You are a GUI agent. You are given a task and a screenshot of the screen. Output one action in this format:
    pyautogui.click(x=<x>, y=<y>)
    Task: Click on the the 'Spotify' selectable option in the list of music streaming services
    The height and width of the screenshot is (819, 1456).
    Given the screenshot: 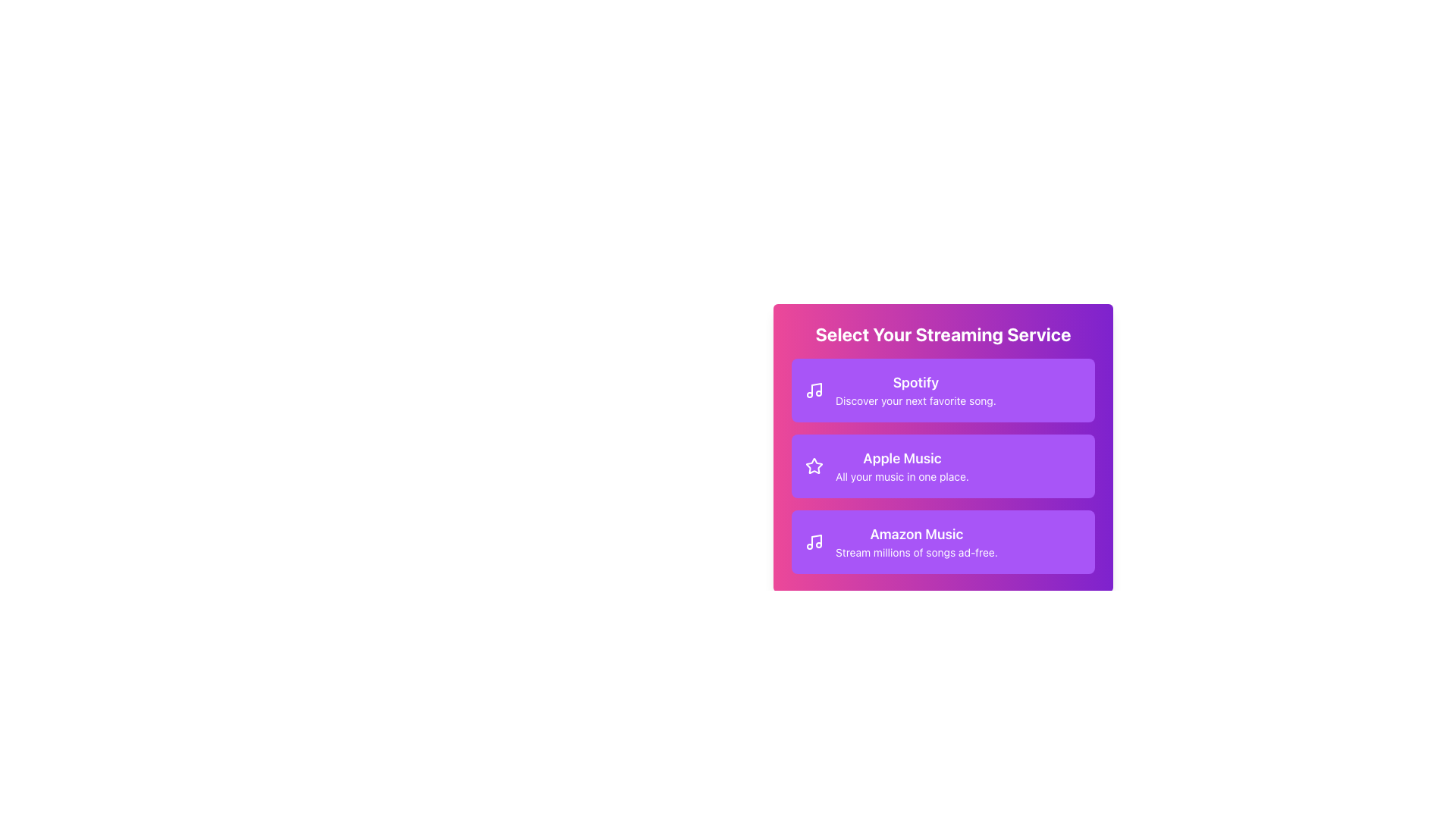 What is the action you would take?
    pyautogui.click(x=915, y=390)
    